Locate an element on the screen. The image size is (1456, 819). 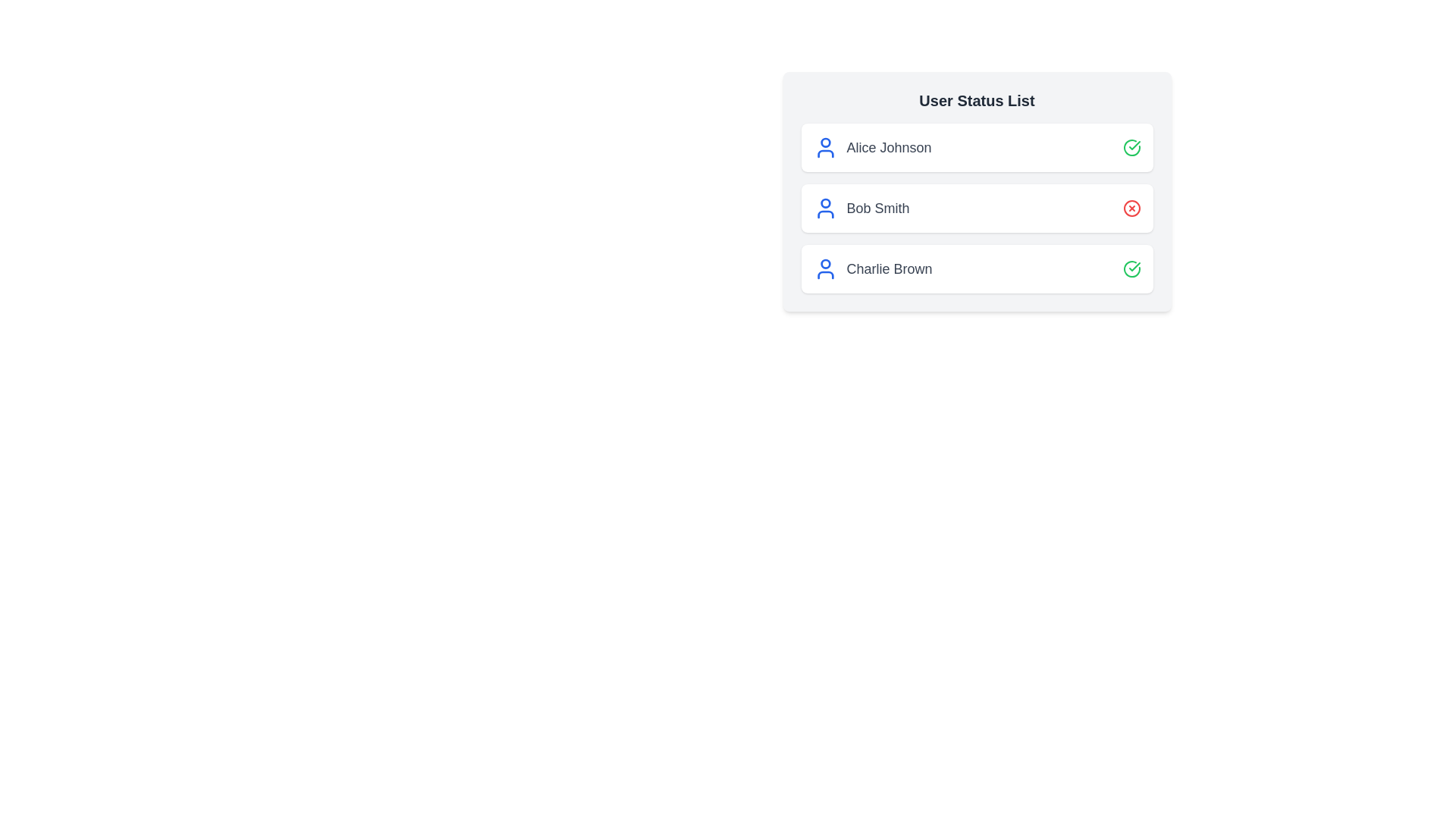
the user name Charlie Brown to view their details is located at coordinates (889, 268).